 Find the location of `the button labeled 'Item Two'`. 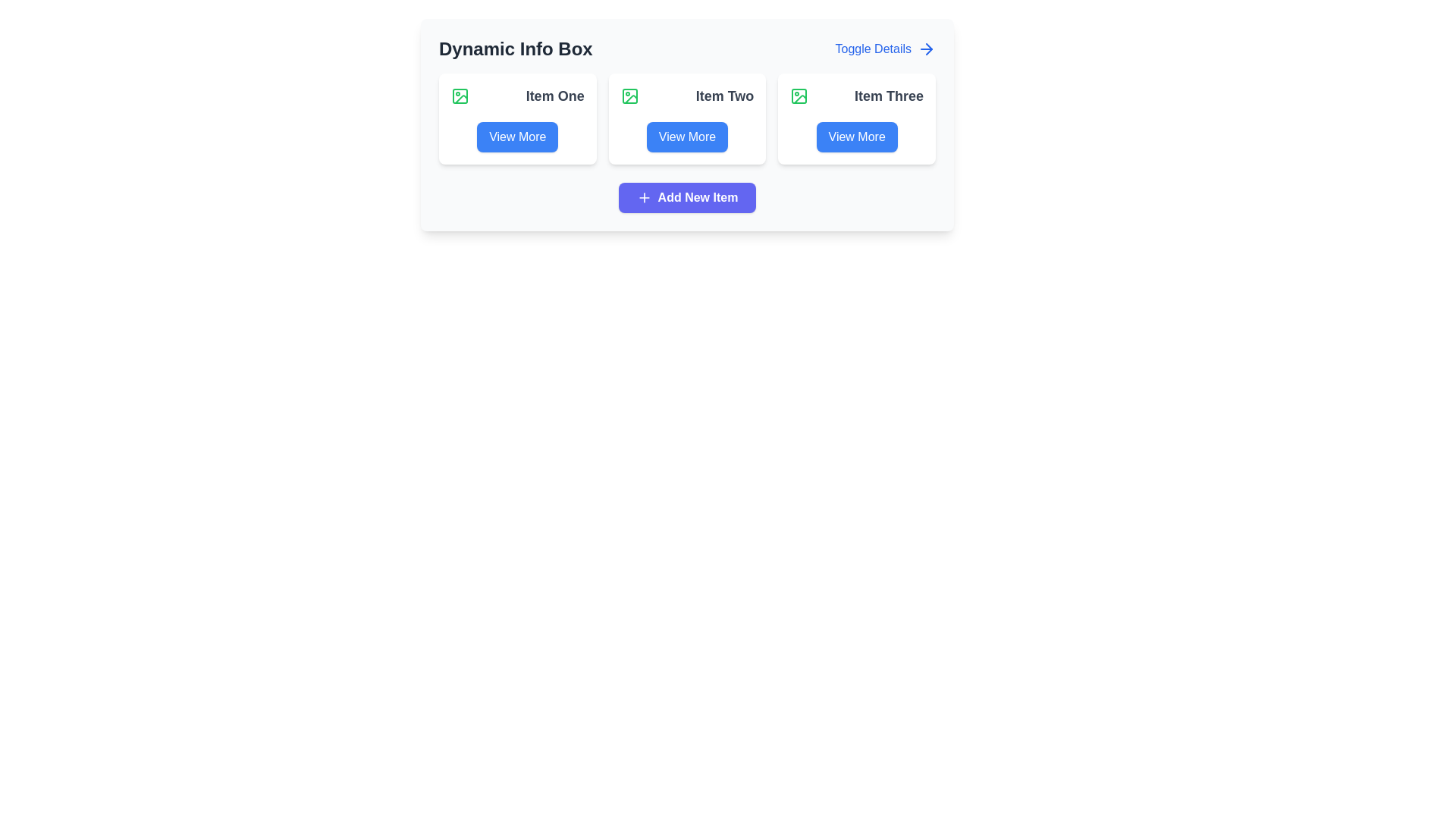

the button labeled 'Item Two' is located at coordinates (686, 137).